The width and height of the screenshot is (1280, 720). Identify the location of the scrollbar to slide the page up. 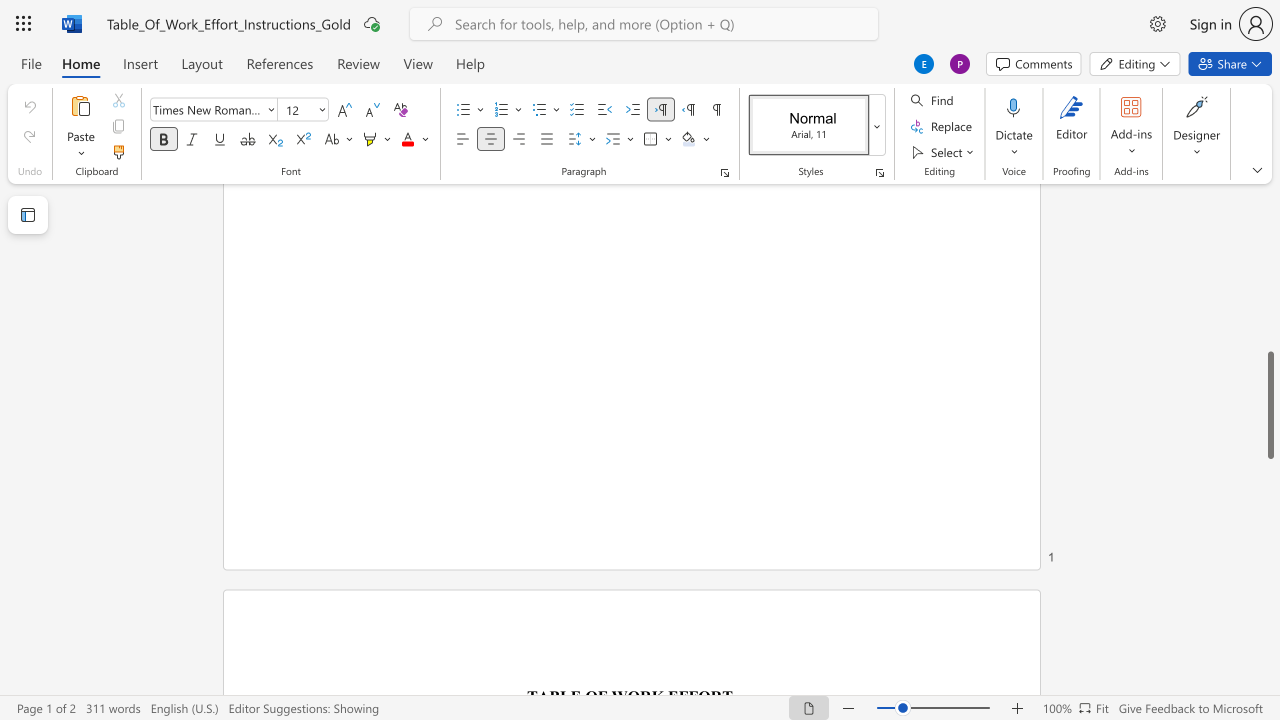
(1269, 328).